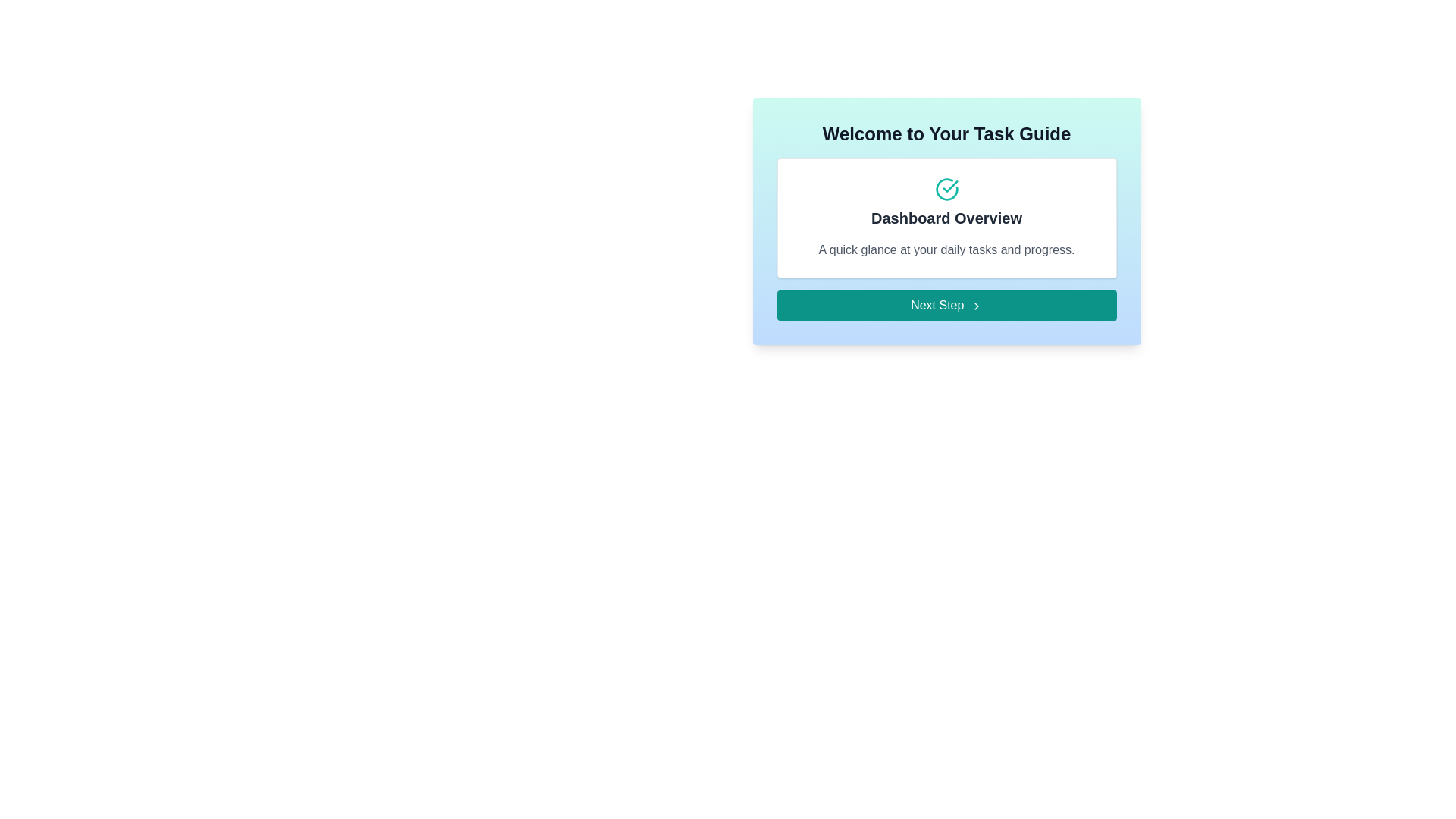 The width and height of the screenshot is (1456, 819). Describe the element at coordinates (976, 306) in the screenshot. I see `the right-pointing chevron icon located at the far right edge of the teal button labeled 'Next Step'` at that location.